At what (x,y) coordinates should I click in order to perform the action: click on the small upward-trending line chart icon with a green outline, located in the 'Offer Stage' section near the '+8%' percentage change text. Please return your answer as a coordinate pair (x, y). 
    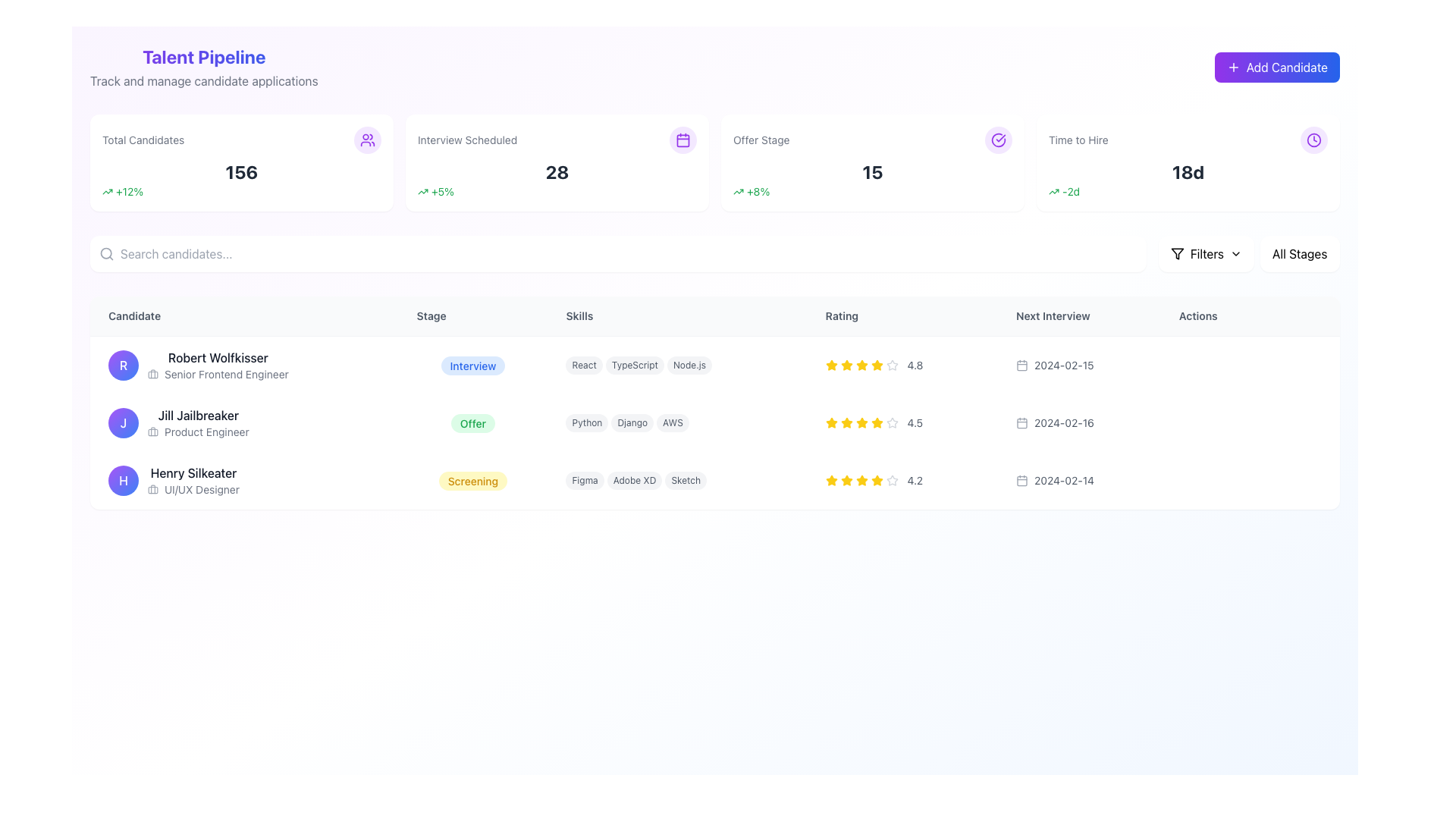
    Looking at the image, I should click on (739, 191).